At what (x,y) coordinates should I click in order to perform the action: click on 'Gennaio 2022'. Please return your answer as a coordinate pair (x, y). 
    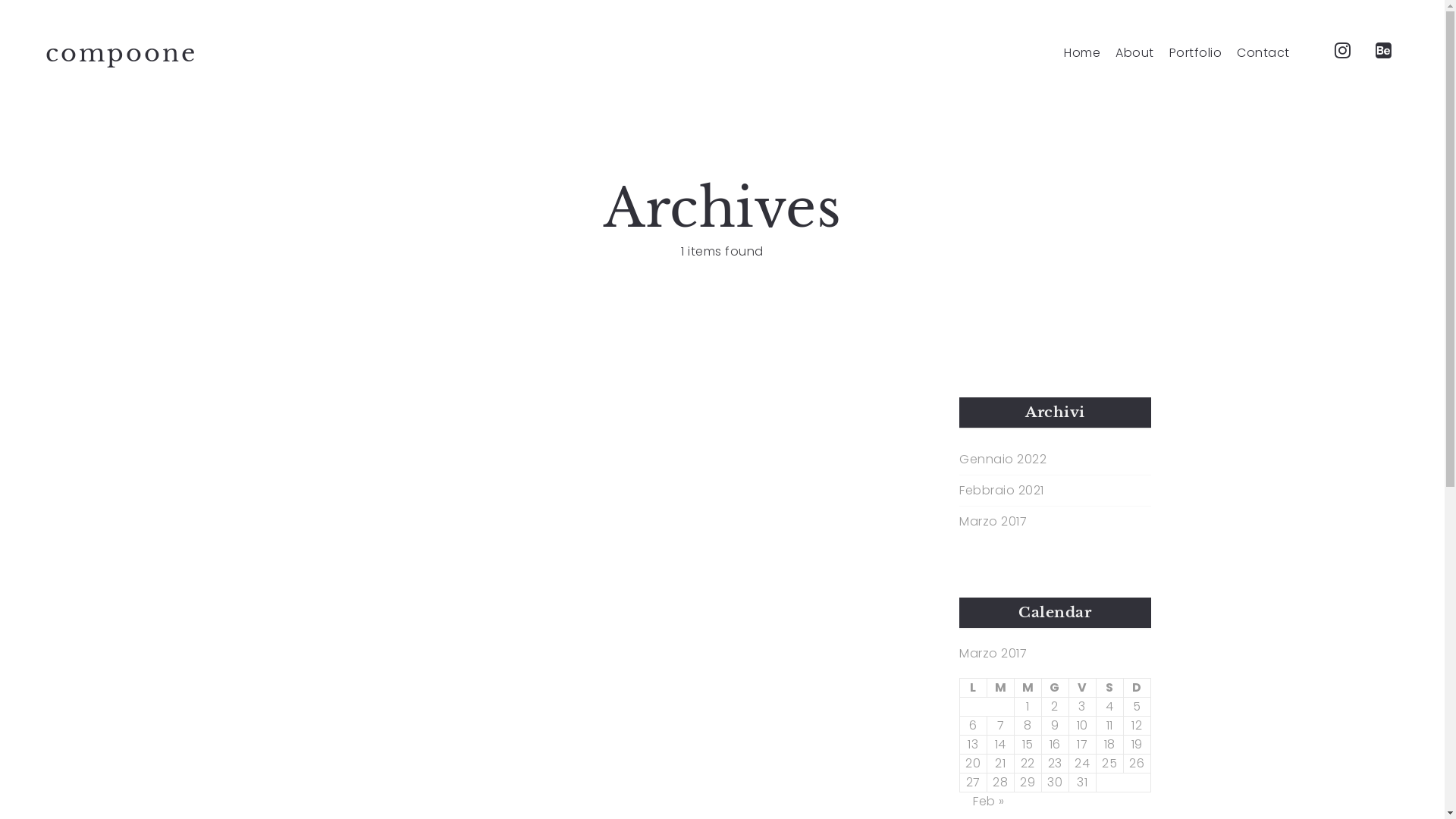
    Looking at the image, I should click on (959, 458).